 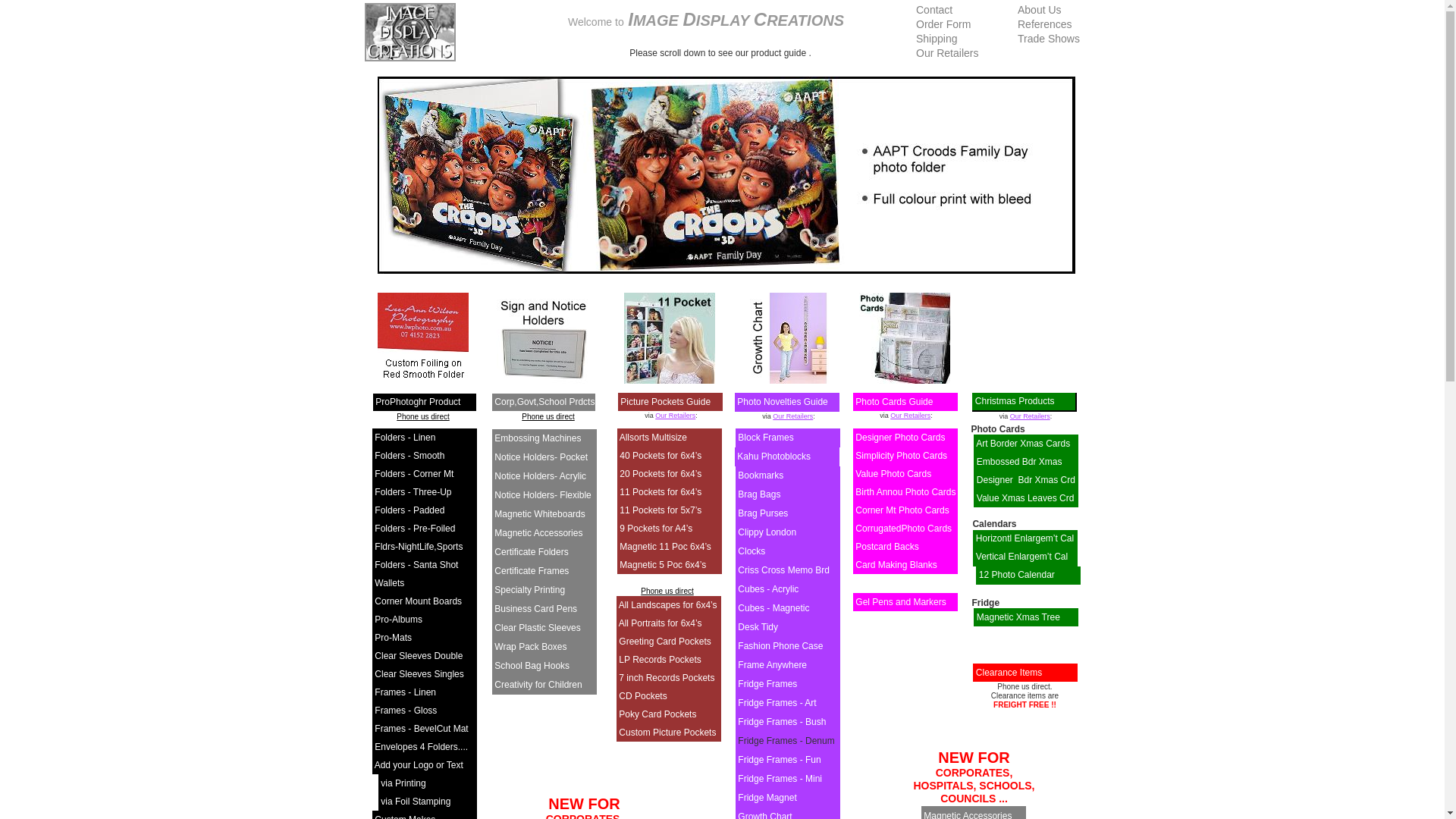 What do you see at coordinates (777, 702) in the screenshot?
I see `'Fridge Frames - Art'` at bounding box center [777, 702].